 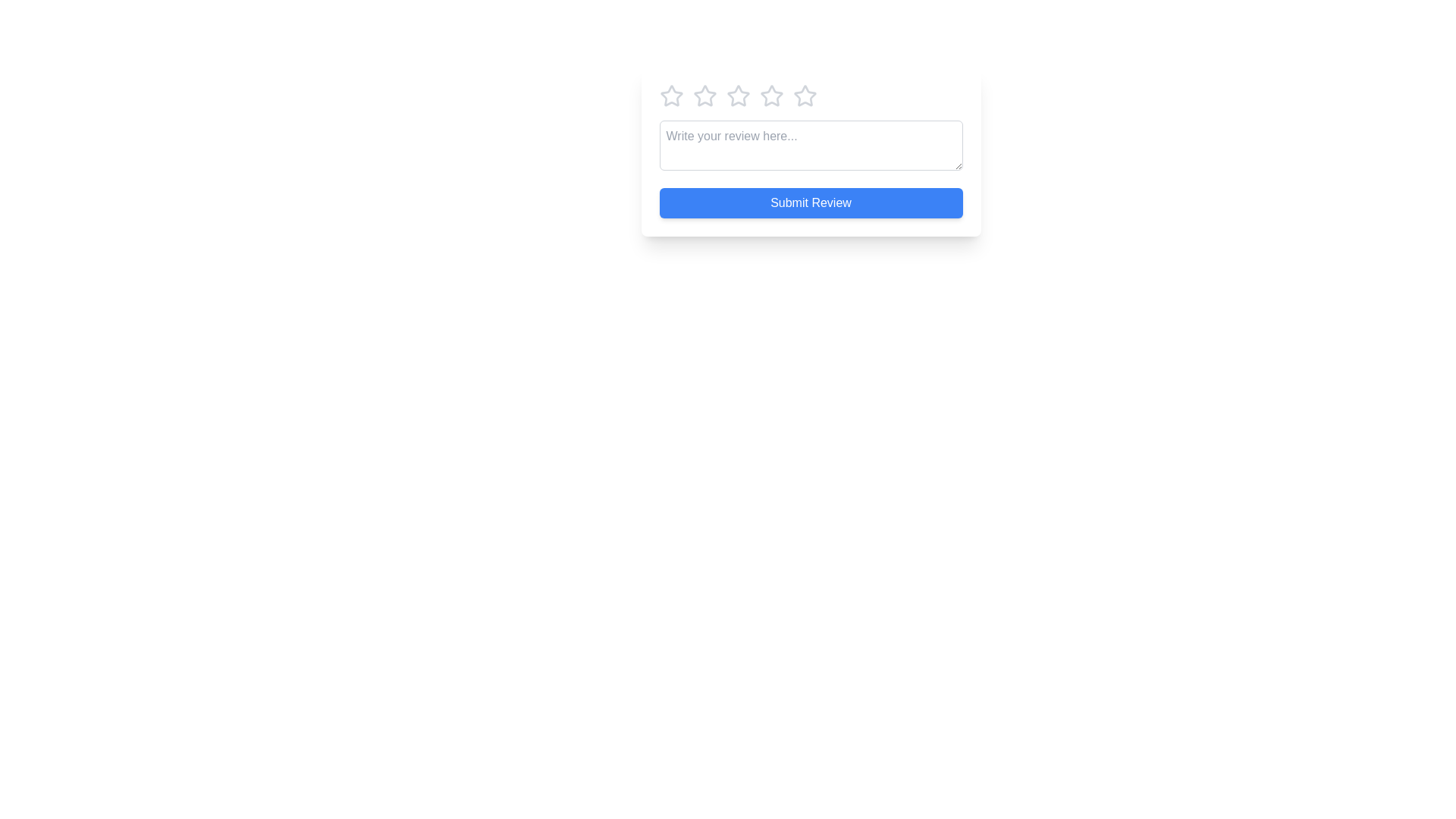 What do you see at coordinates (810, 96) in the screenshot?
I see `the fourth star in the rating system` at bounding box center [810, 96].